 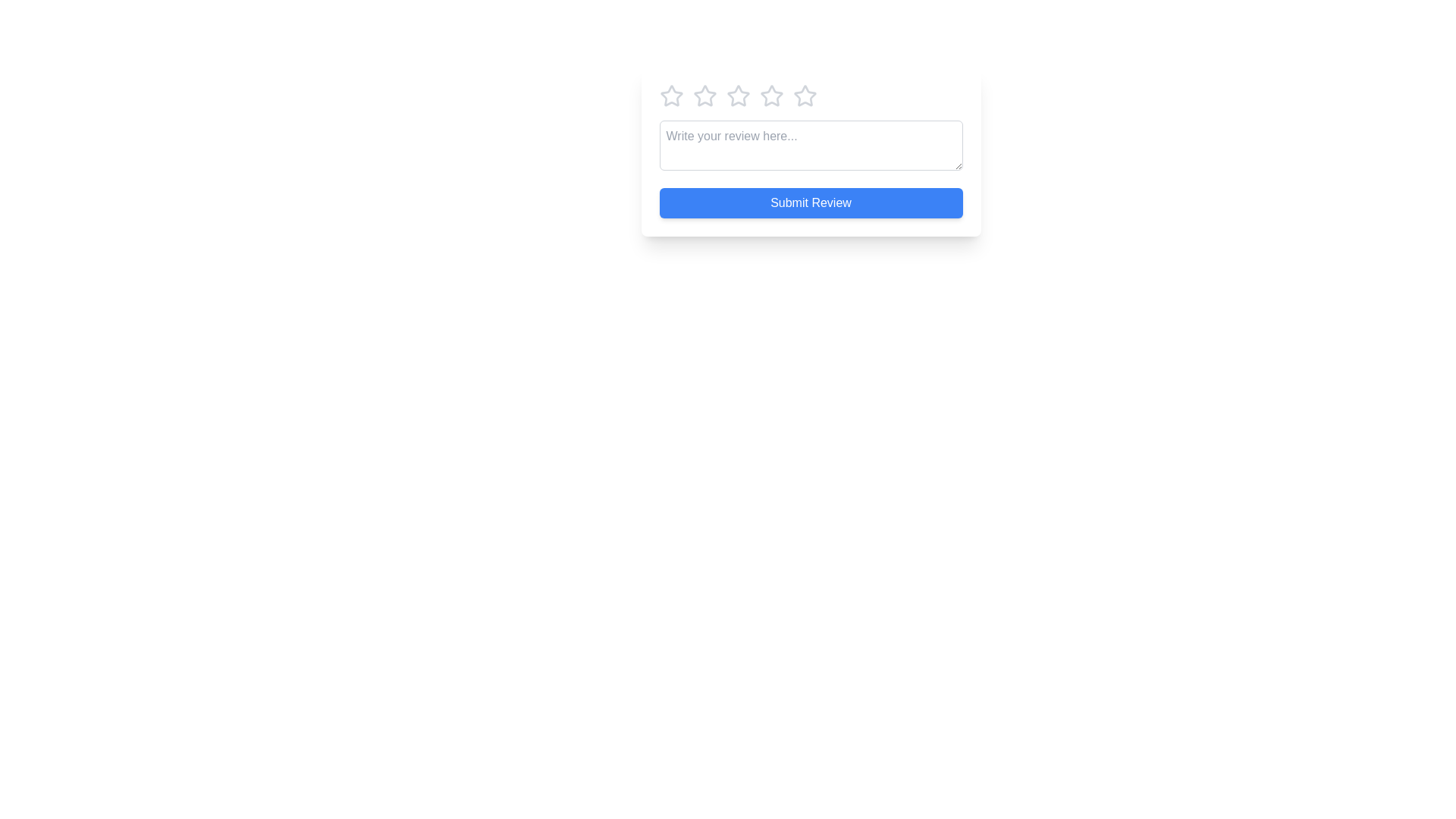 What do you see at coordinates (810, 96) in the screenshot?
I see `the fourth star in the rating system` at bounding box center [810, 96].